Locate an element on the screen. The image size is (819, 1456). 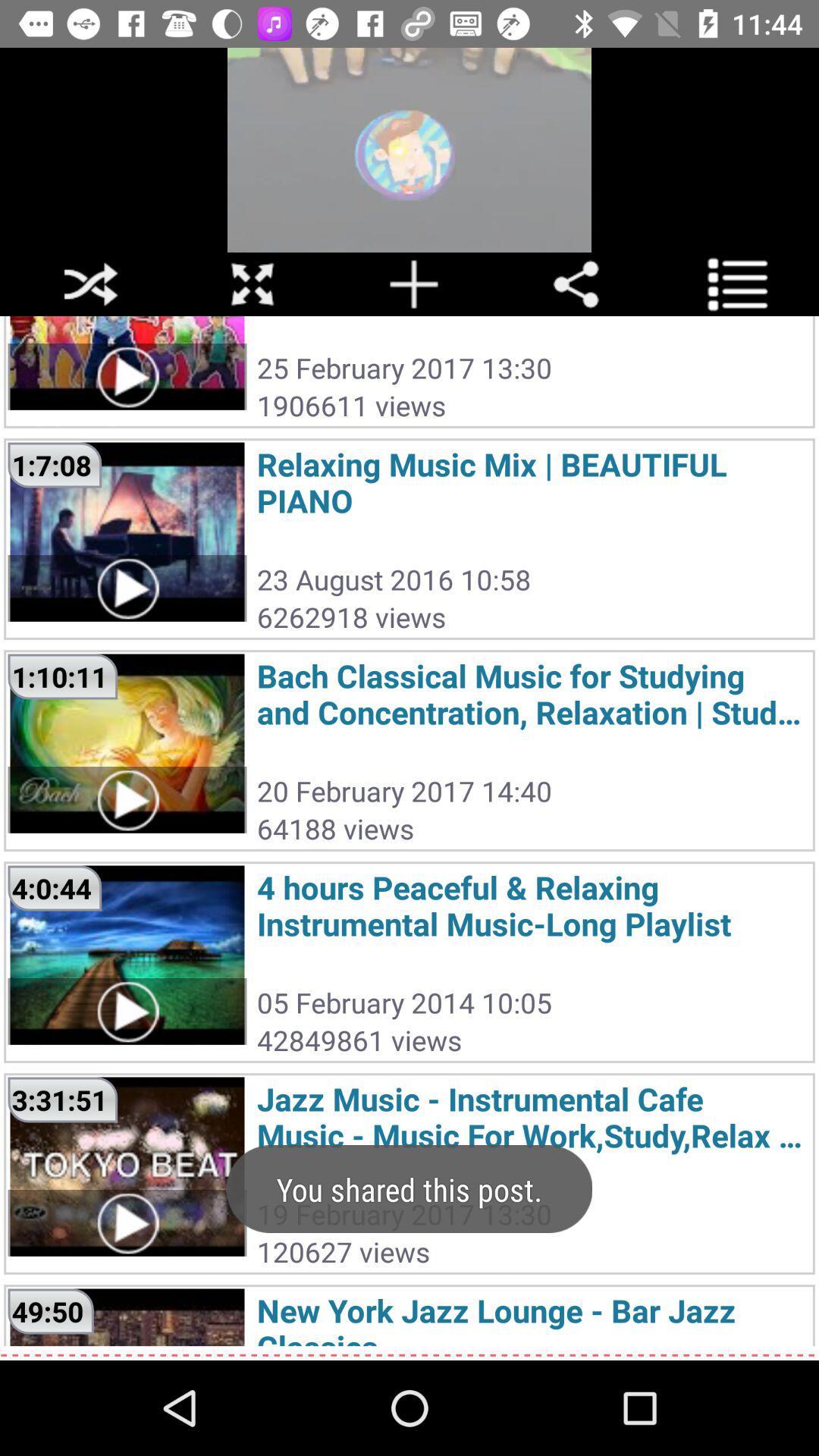
the list icon is located at coordinates (737, 284).